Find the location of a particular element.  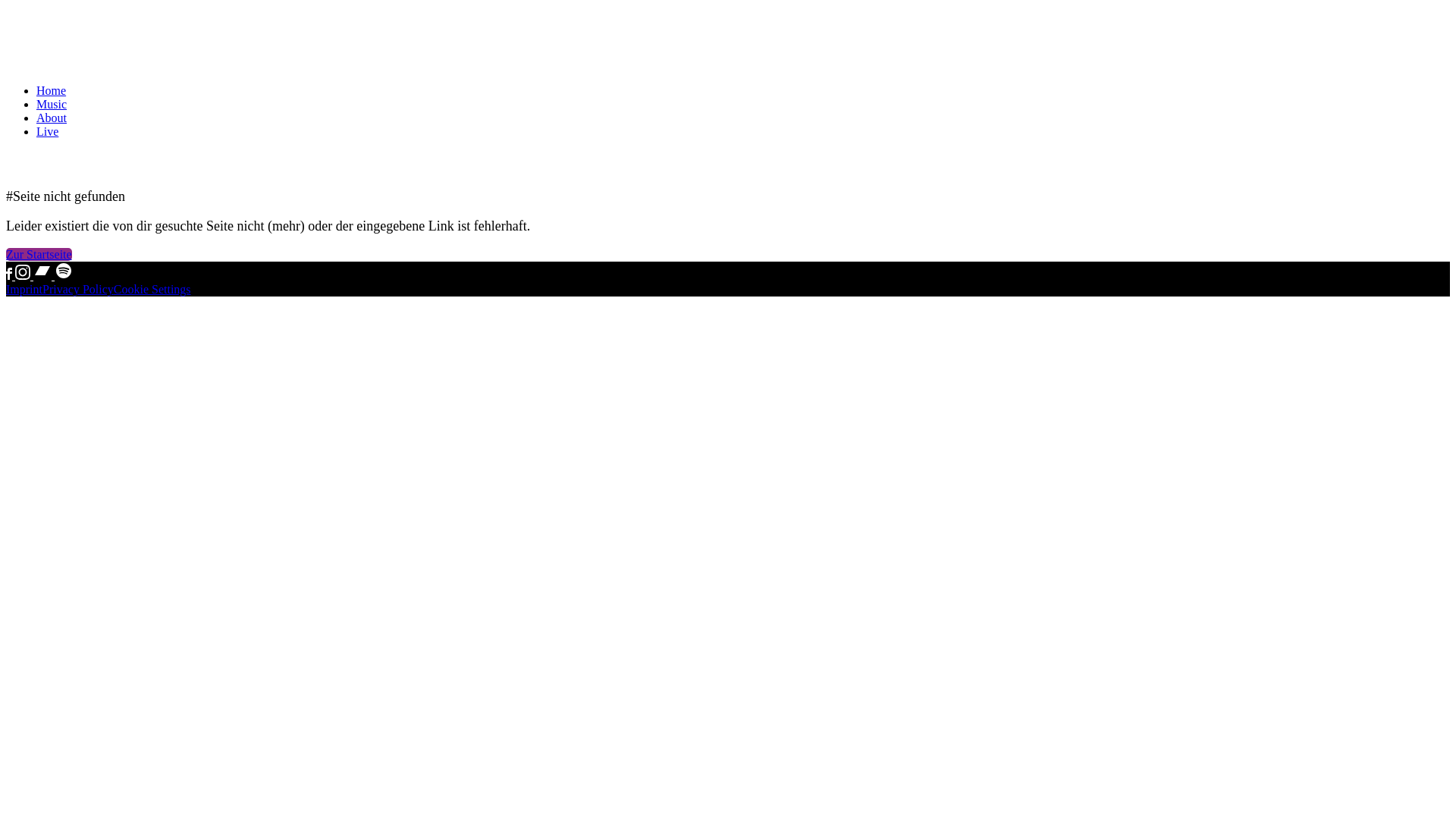

'Imprint' is located at coordinates (24, 289).